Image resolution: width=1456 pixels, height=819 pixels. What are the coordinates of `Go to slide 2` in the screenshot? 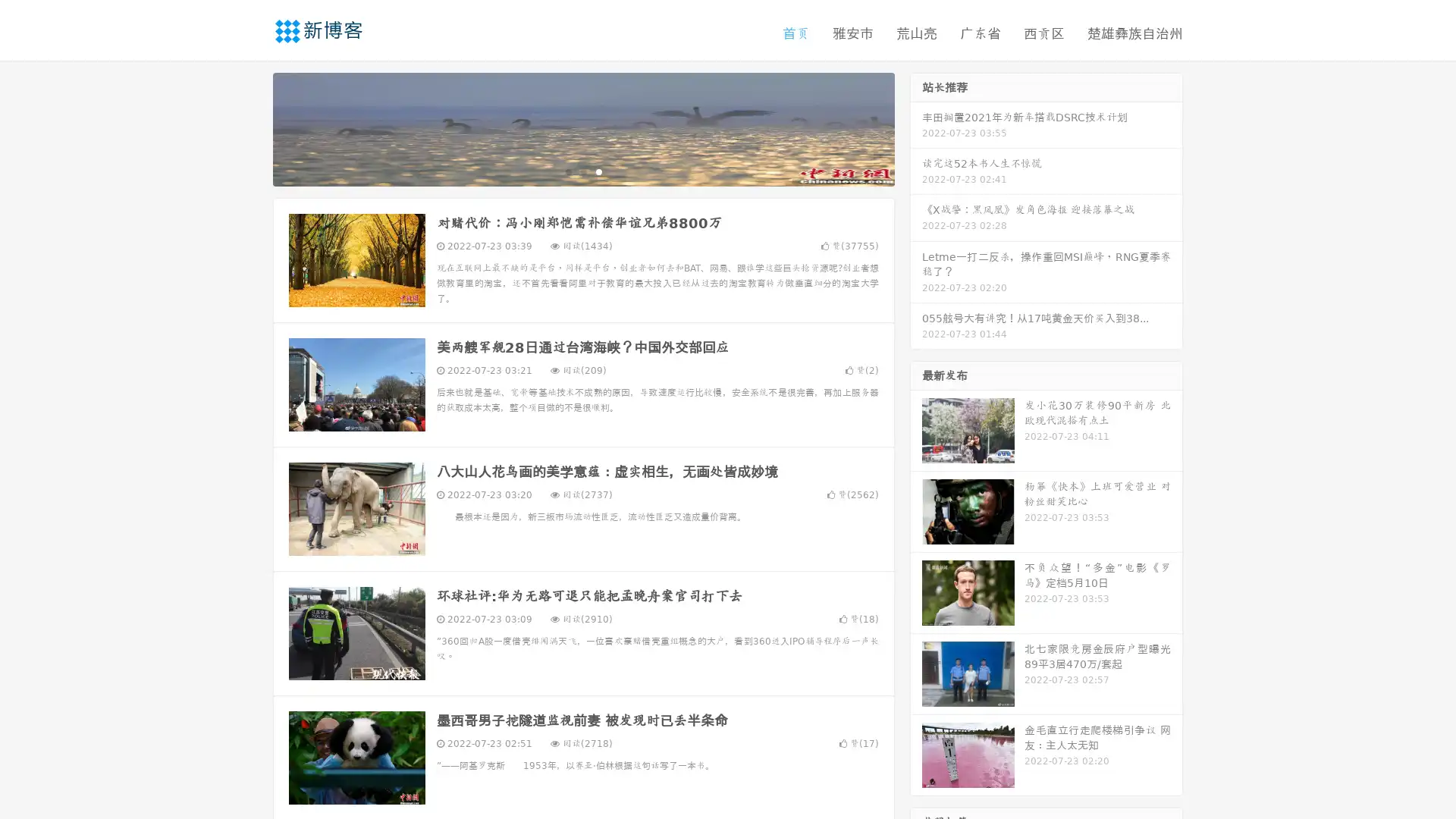 It's located at (582, 171).